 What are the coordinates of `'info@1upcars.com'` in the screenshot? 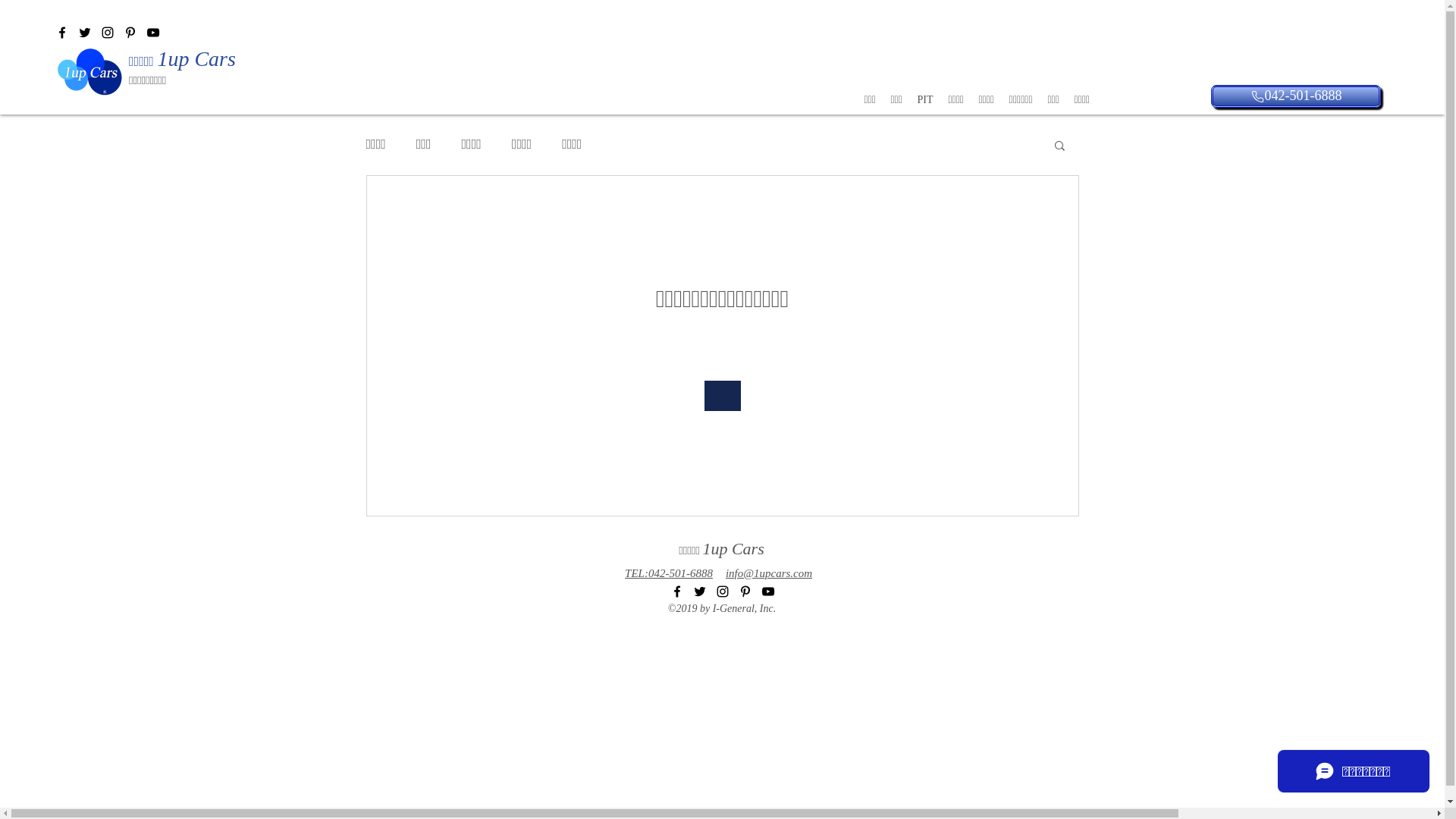 It's located at (724, 573).